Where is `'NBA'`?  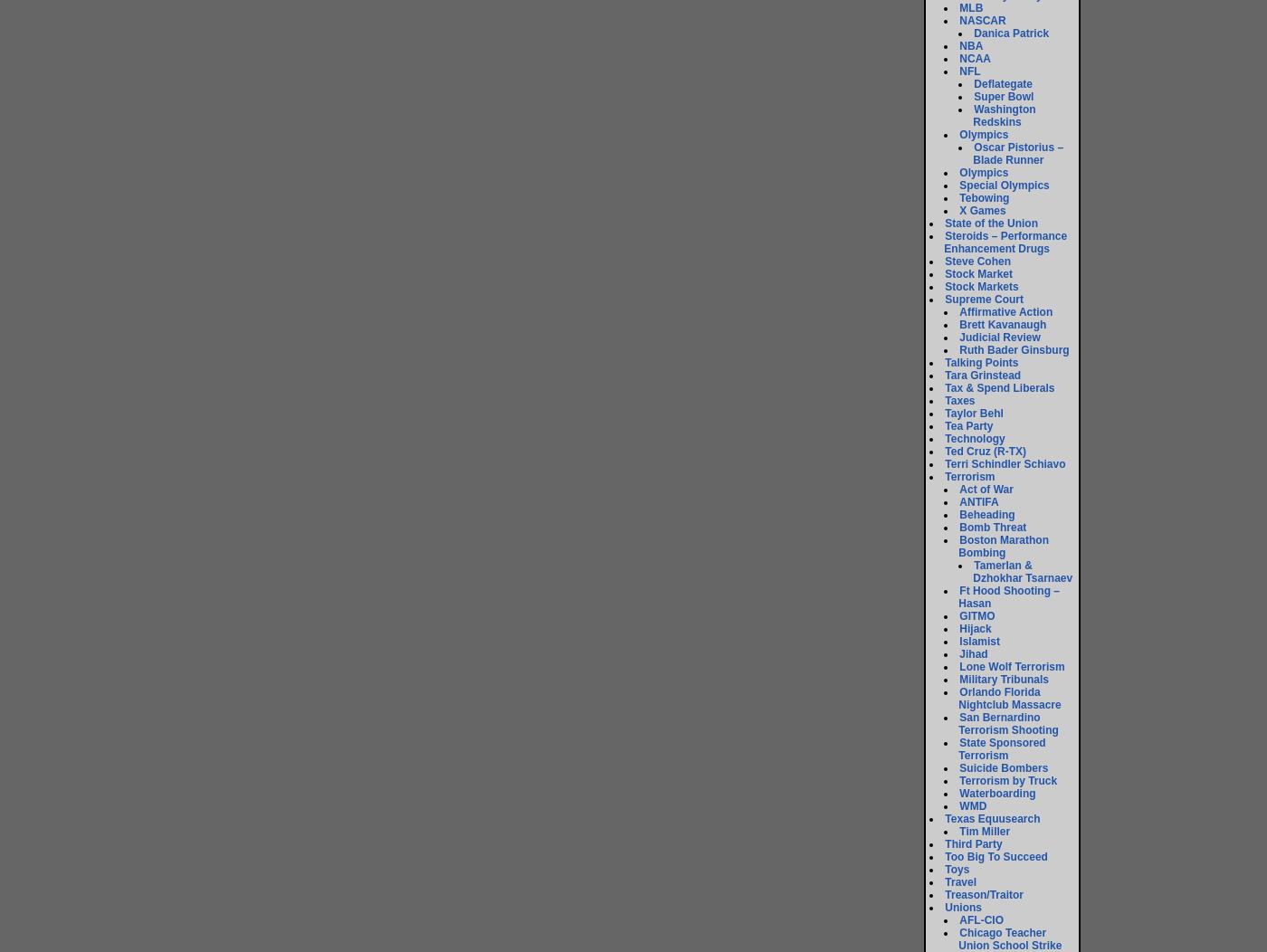 'NBA' is located at coordinates (970, 45).